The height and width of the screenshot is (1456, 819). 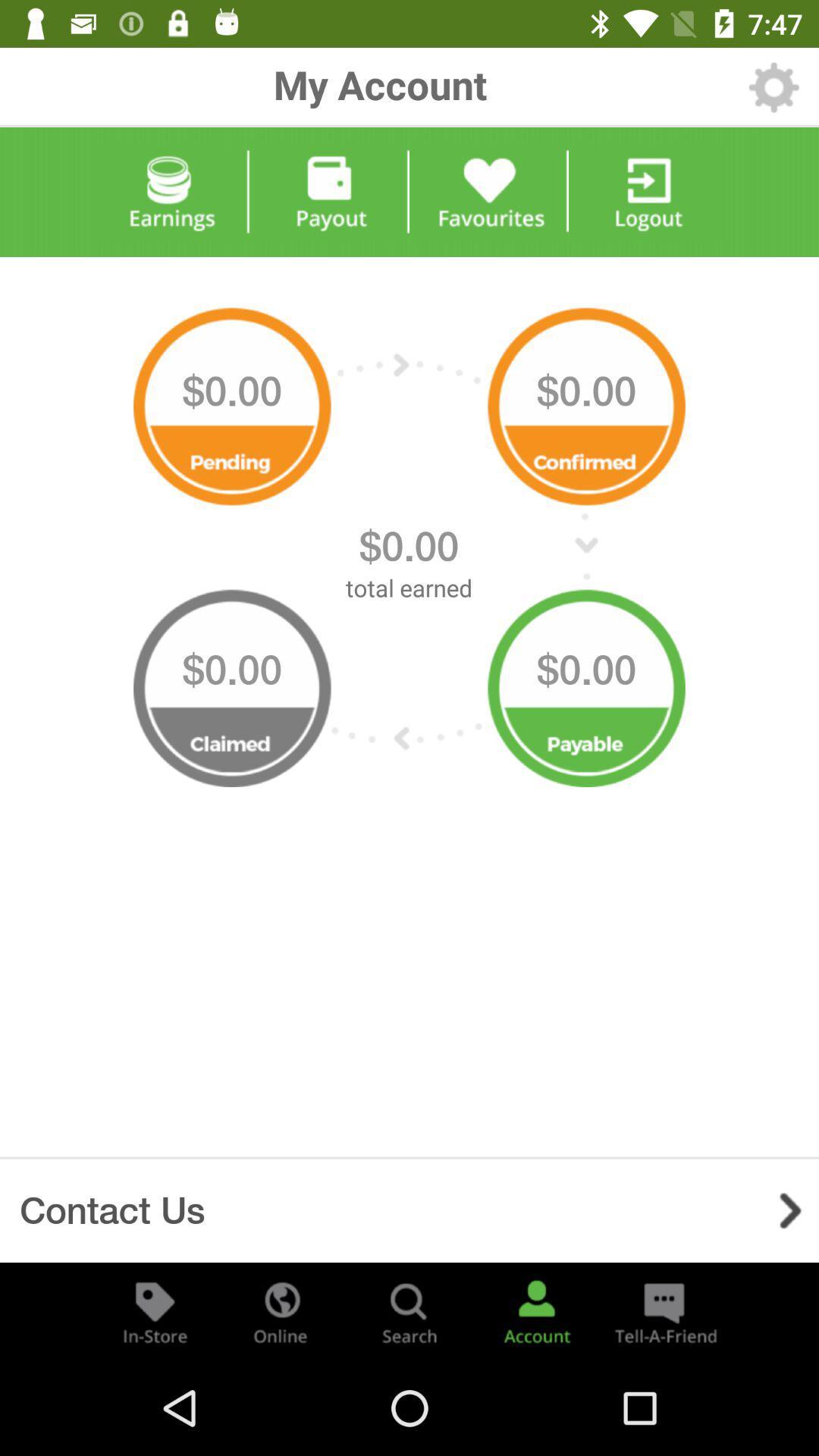 What do you see at coordinates (170, 191) in the screenshot?
I see `earnings tab` at bounding box center [170, 191].